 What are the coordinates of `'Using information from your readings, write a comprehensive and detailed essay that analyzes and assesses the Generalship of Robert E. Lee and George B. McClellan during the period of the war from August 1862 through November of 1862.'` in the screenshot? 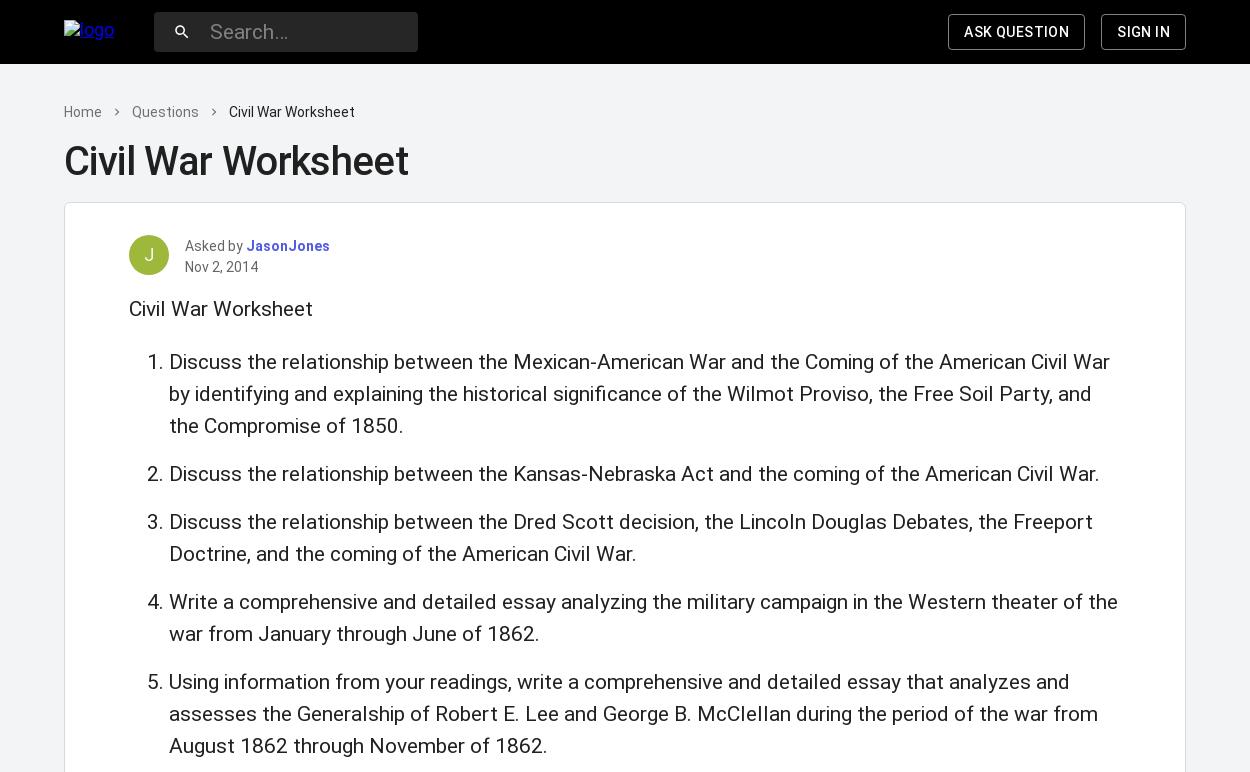 It's located at (633, 714).